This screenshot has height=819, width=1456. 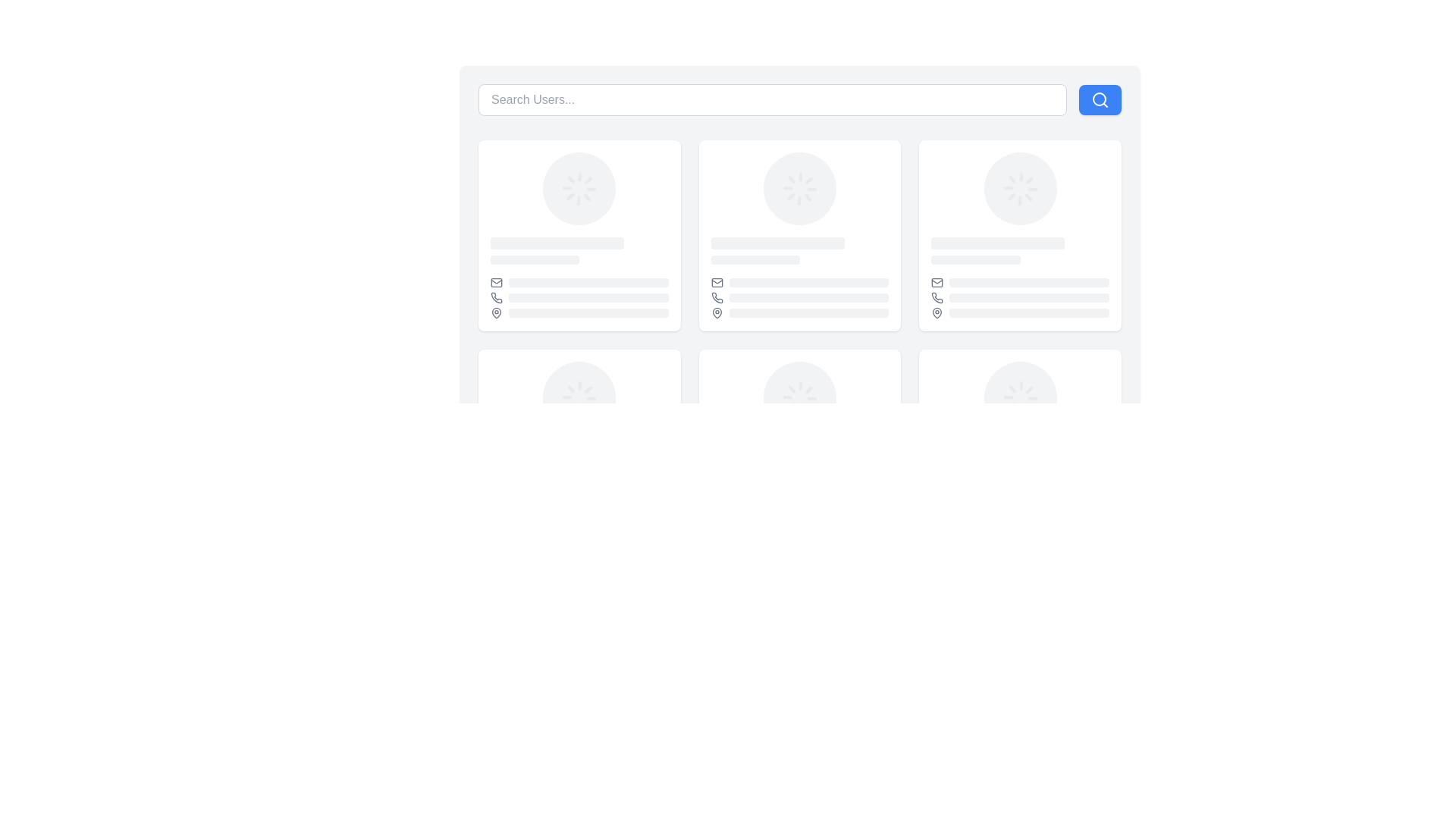 I want to click on the representation of the Map pin icon located in the third user card, positioned below the email and phone icons, so click(x=716, y=312).